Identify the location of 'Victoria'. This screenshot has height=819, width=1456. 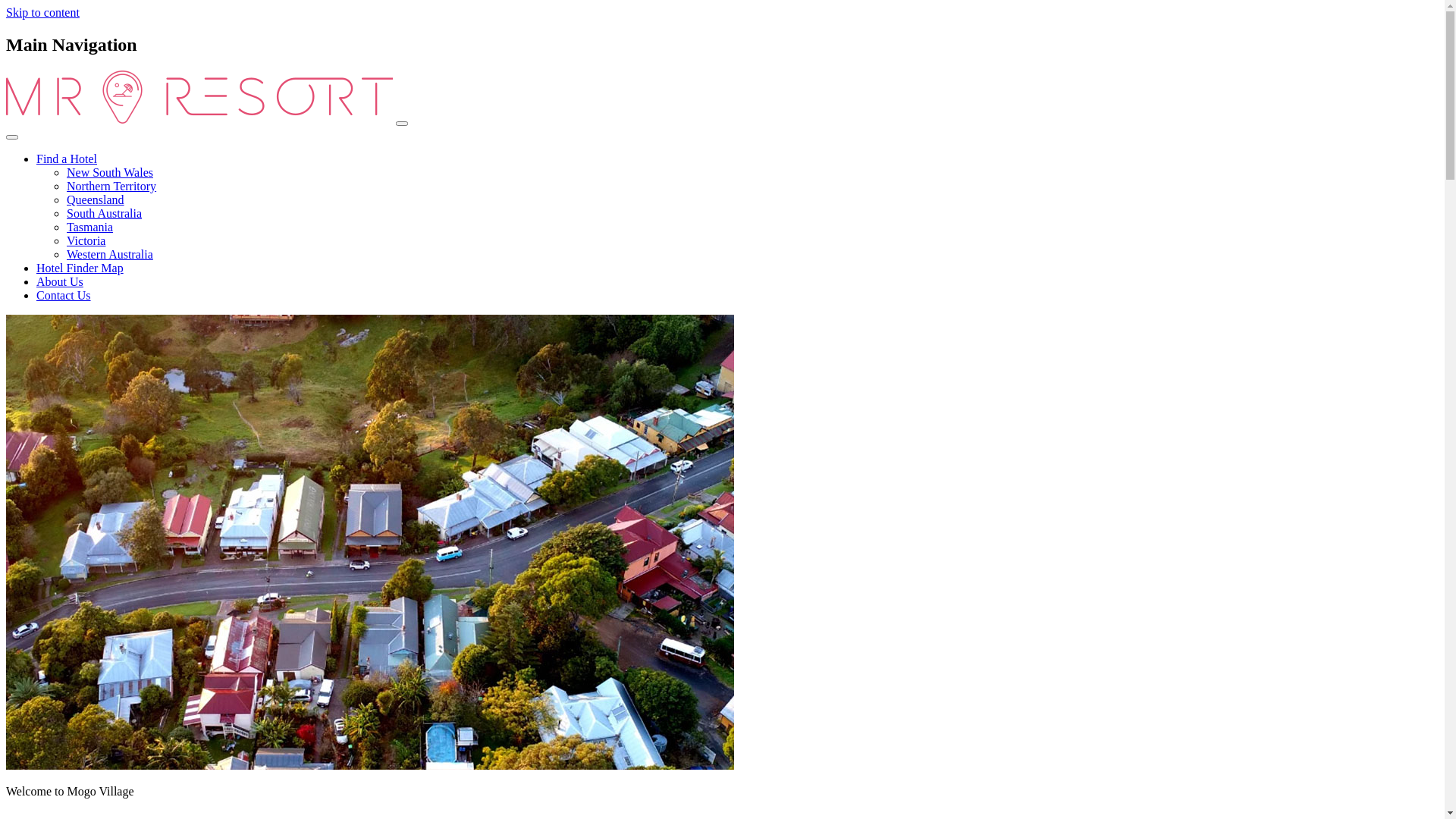
(85, 240).